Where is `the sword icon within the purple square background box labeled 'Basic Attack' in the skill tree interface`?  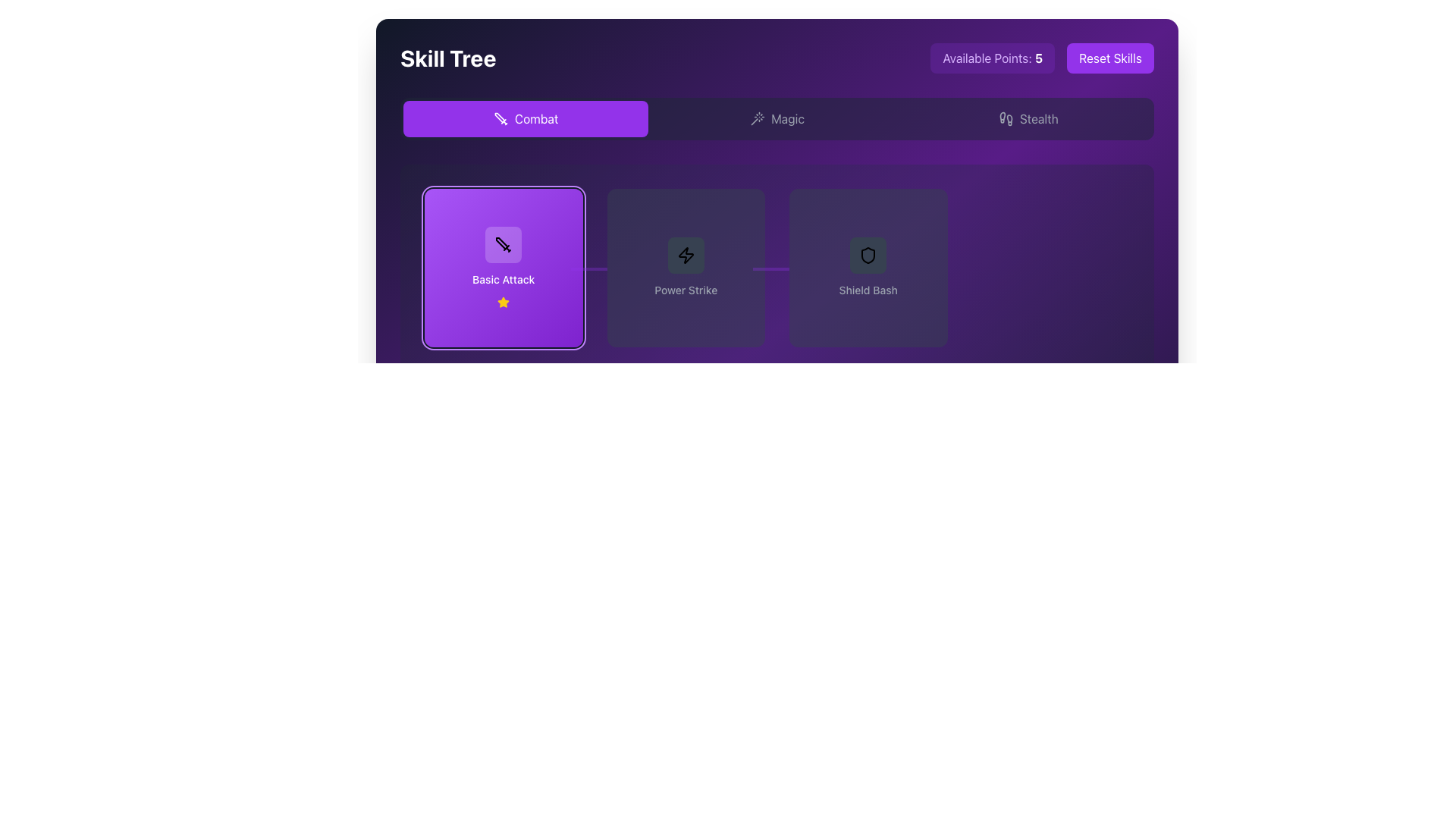
the sword icon within the purple square background box labeled 'Basic Attack' in the skill tree interface is located at coordinates (504, 244).